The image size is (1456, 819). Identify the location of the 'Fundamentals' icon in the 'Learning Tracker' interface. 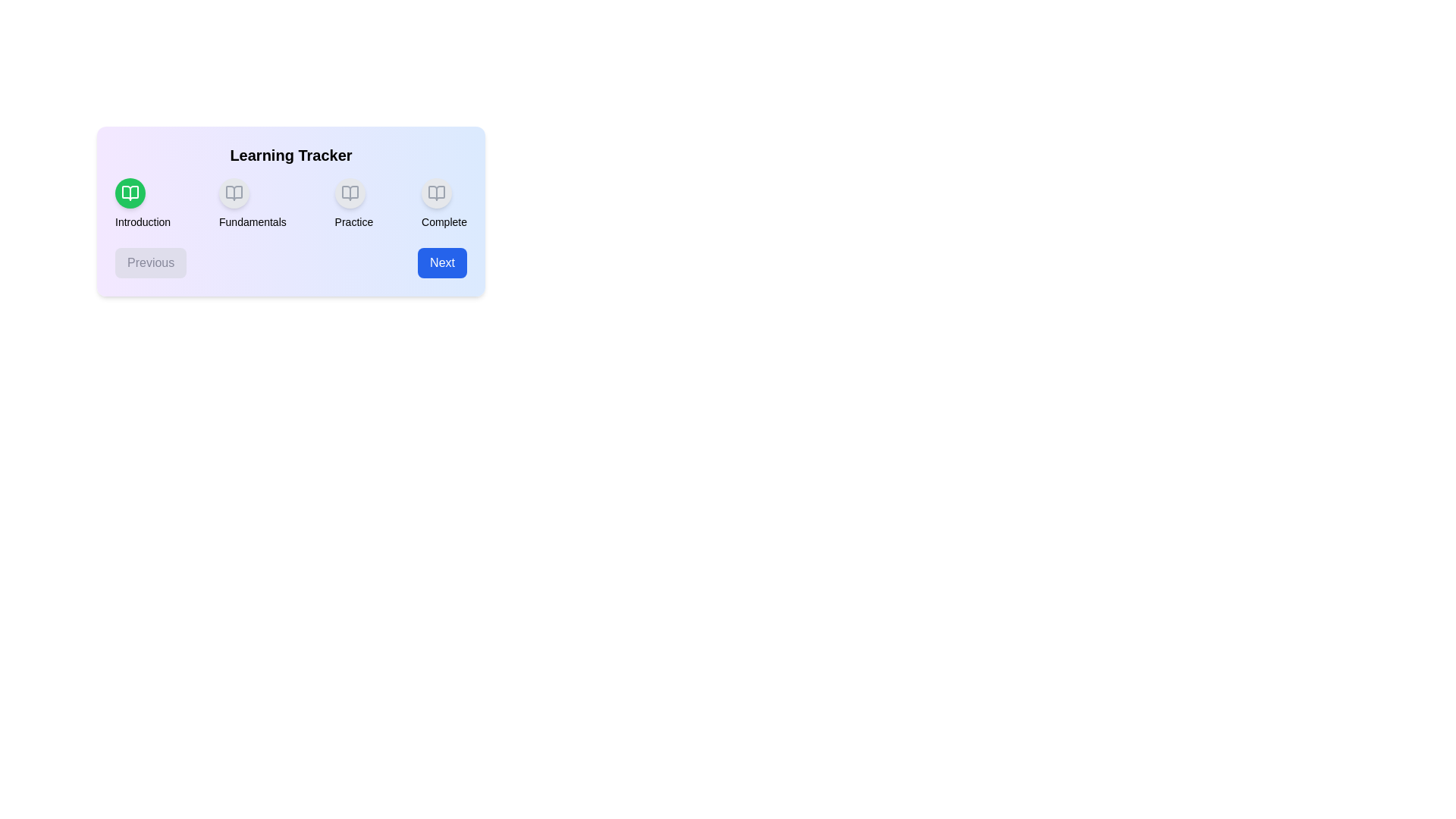
(234, 192).